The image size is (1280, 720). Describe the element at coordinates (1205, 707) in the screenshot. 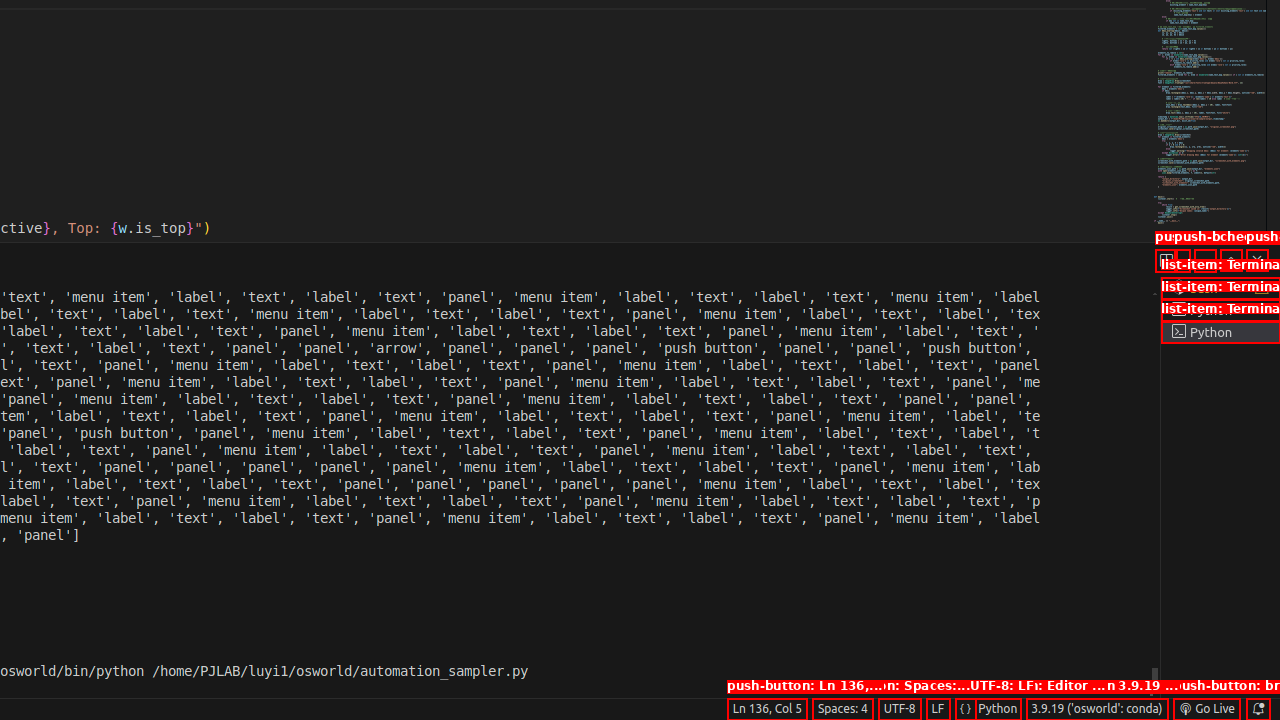

I see `'broadcast Go Live, Click to run live server'` at that location.